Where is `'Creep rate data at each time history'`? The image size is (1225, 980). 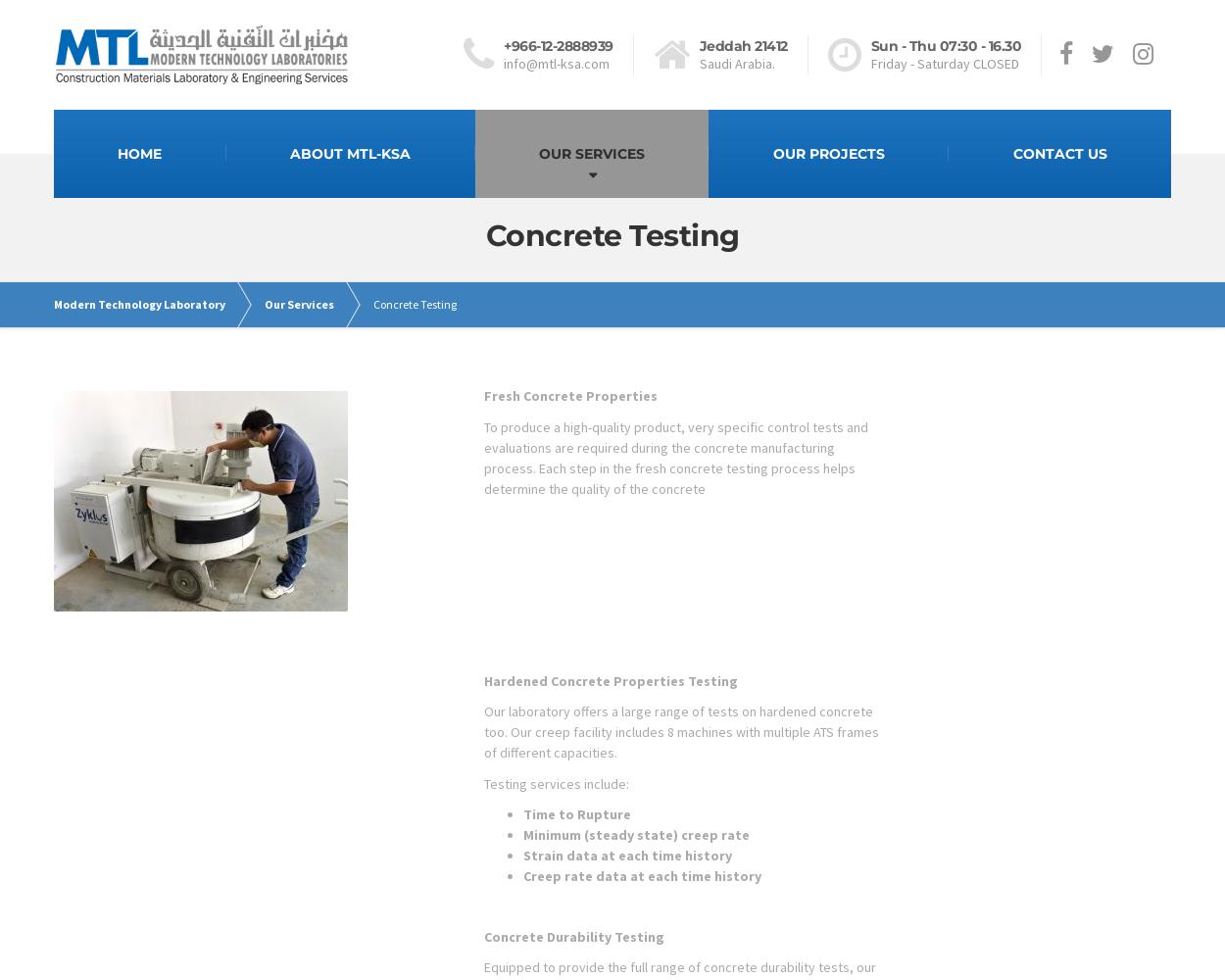
'Creep rate data at each time history' is located at coordinates (641, 876).